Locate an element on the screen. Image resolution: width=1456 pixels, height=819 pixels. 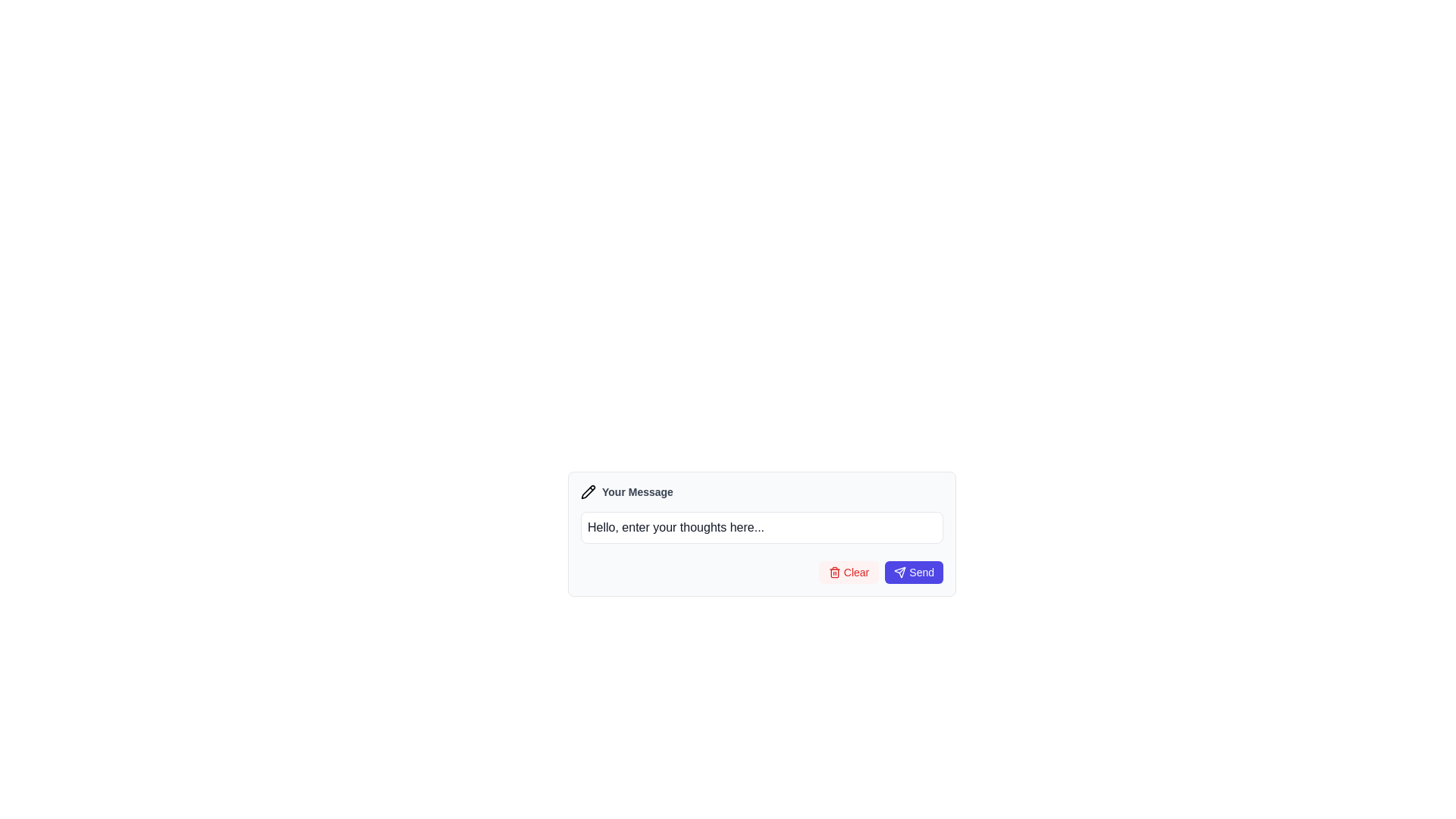
the label that indicates where the user can input their message, positioned to the right of a pencil icon, above the corresponding textarea is located at coordinates (637, 491).